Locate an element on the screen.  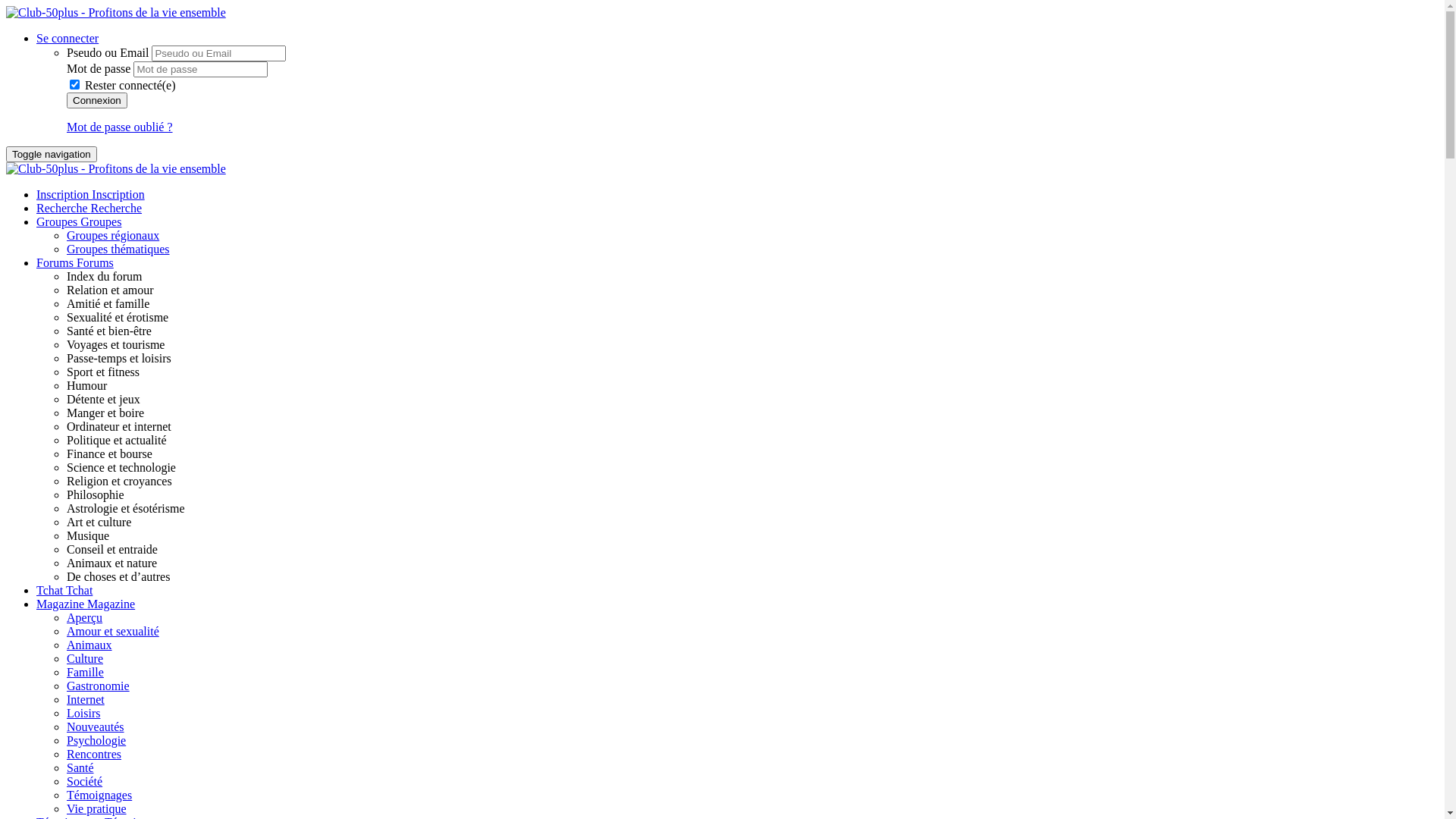
'Forums' is located at coordinates (56, 262).